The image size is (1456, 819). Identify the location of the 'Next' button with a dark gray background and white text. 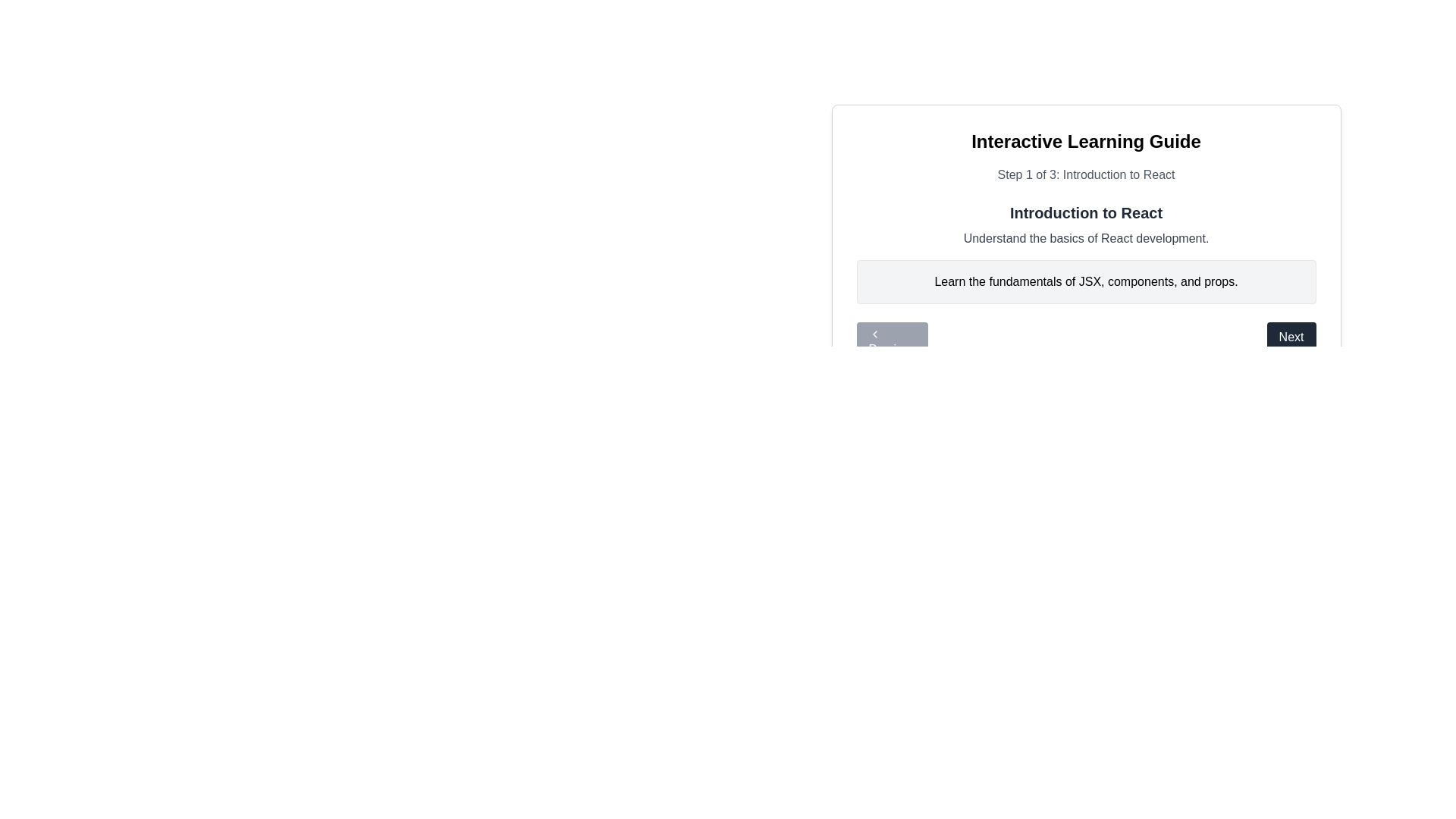
(1291, 343).